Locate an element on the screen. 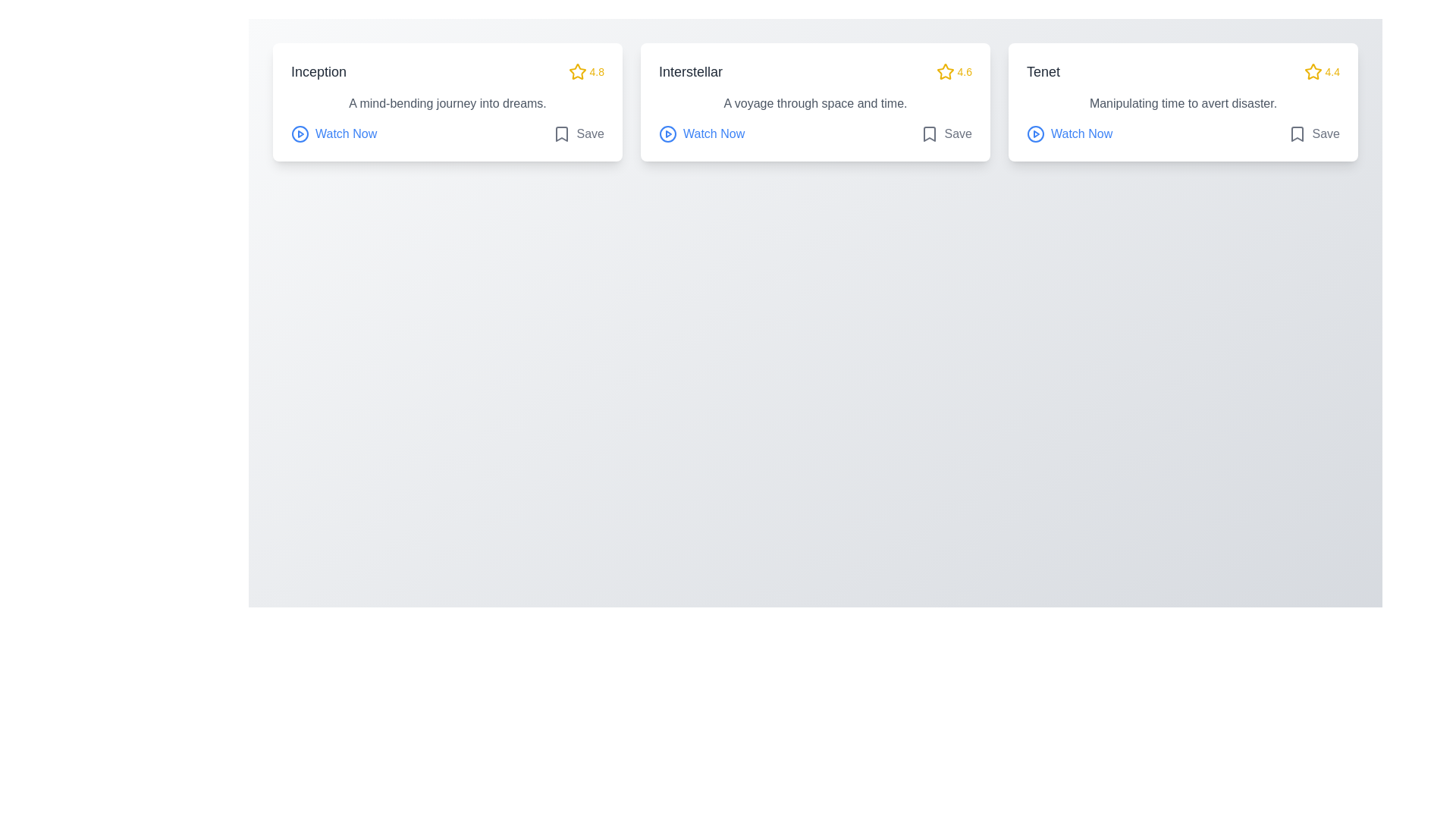 The height and width of the screenshot is (819, 1456). text label displaying 'Interstellar' in bold, dark gray font at the top of the card layout is located at coordinates (690, 72).